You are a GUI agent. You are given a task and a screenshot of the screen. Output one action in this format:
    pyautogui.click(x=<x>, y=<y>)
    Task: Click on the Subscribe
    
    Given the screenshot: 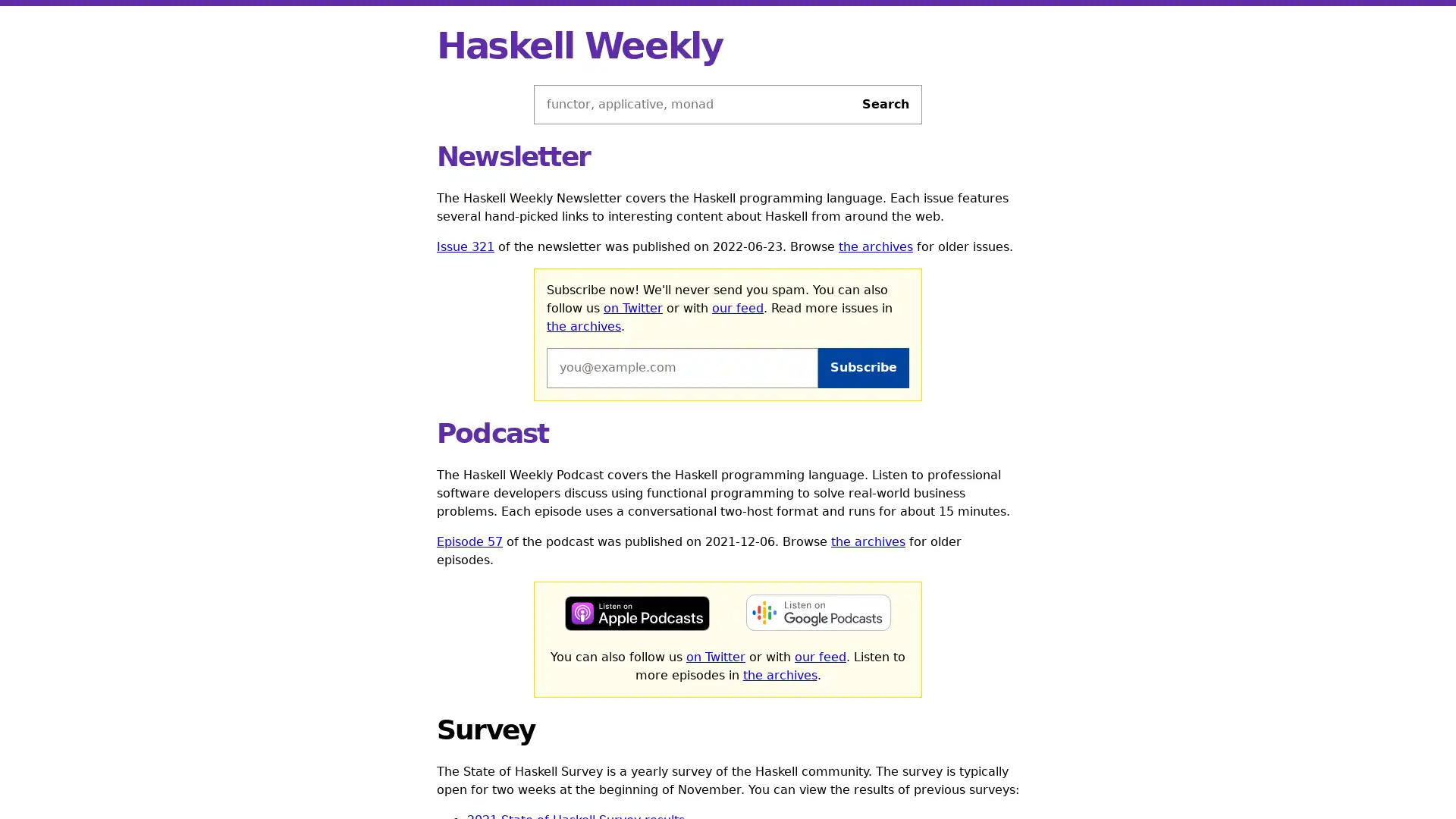 What is the action you would take?
    pyautogui.click(x=863, y=368)
    